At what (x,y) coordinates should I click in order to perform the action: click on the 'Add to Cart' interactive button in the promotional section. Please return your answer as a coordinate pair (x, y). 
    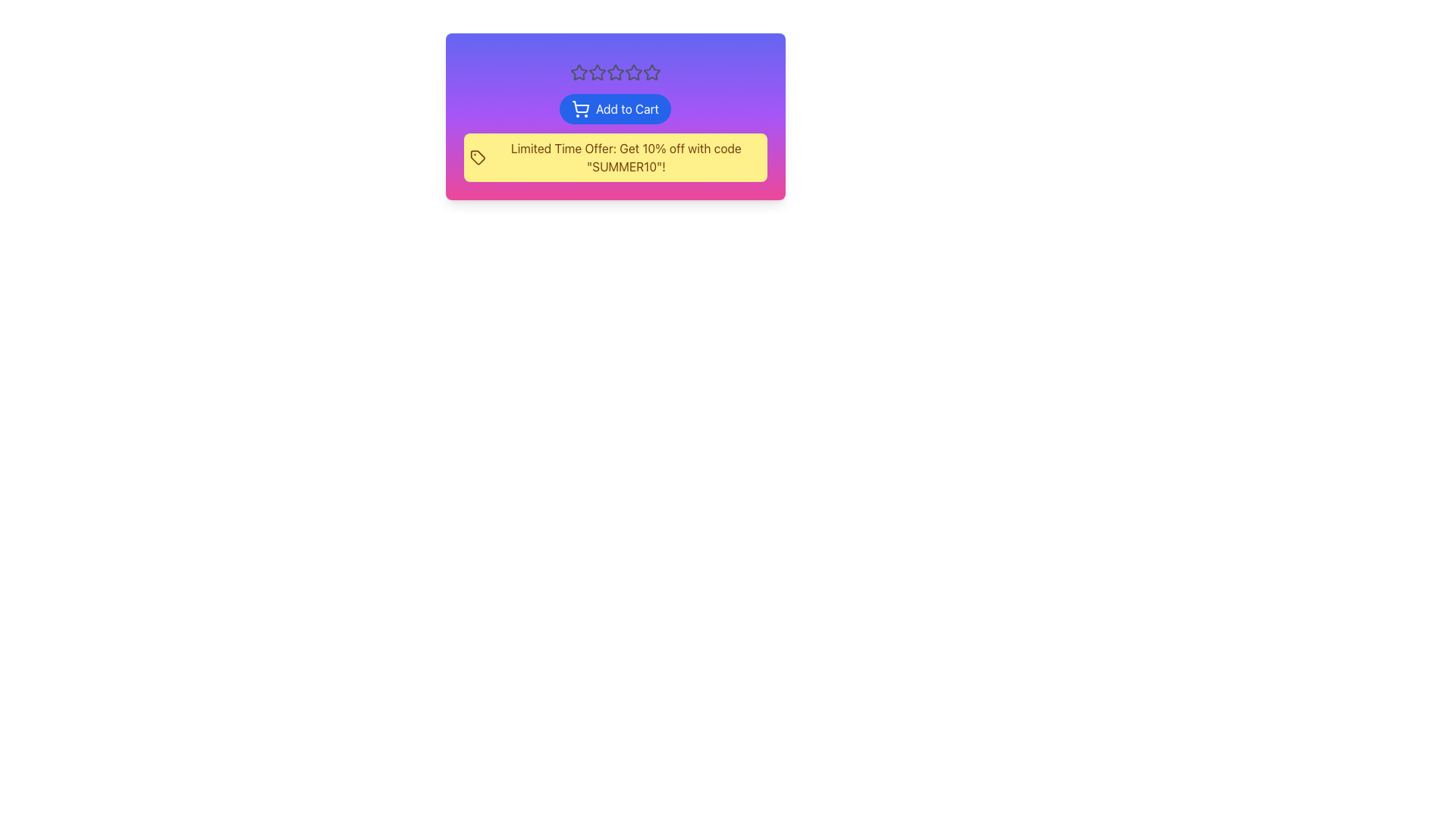
    Looking at the image, I should click on (615, 116).